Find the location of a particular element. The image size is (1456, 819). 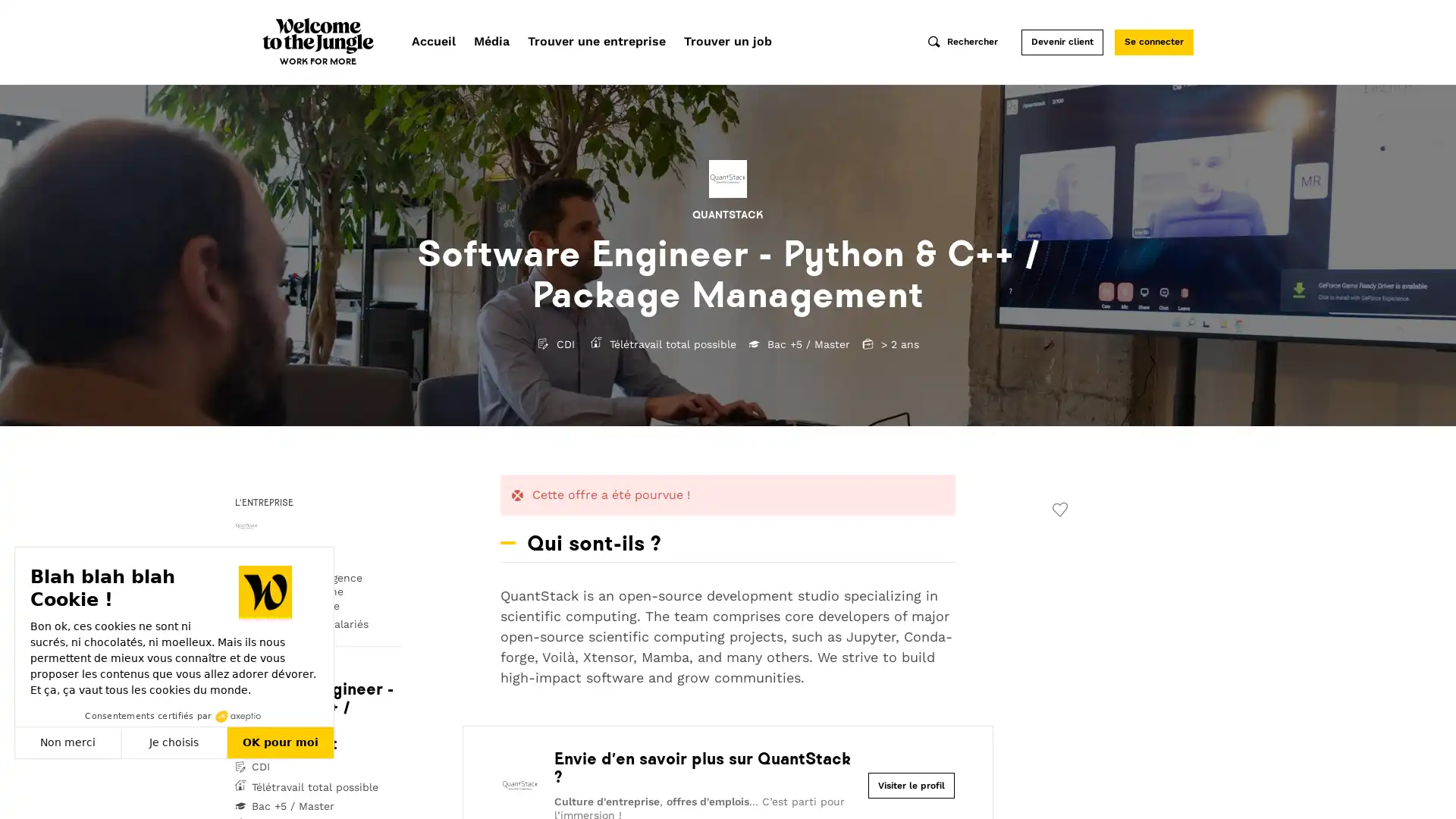

Consentements certifies par is located at coordinates (174, 716).